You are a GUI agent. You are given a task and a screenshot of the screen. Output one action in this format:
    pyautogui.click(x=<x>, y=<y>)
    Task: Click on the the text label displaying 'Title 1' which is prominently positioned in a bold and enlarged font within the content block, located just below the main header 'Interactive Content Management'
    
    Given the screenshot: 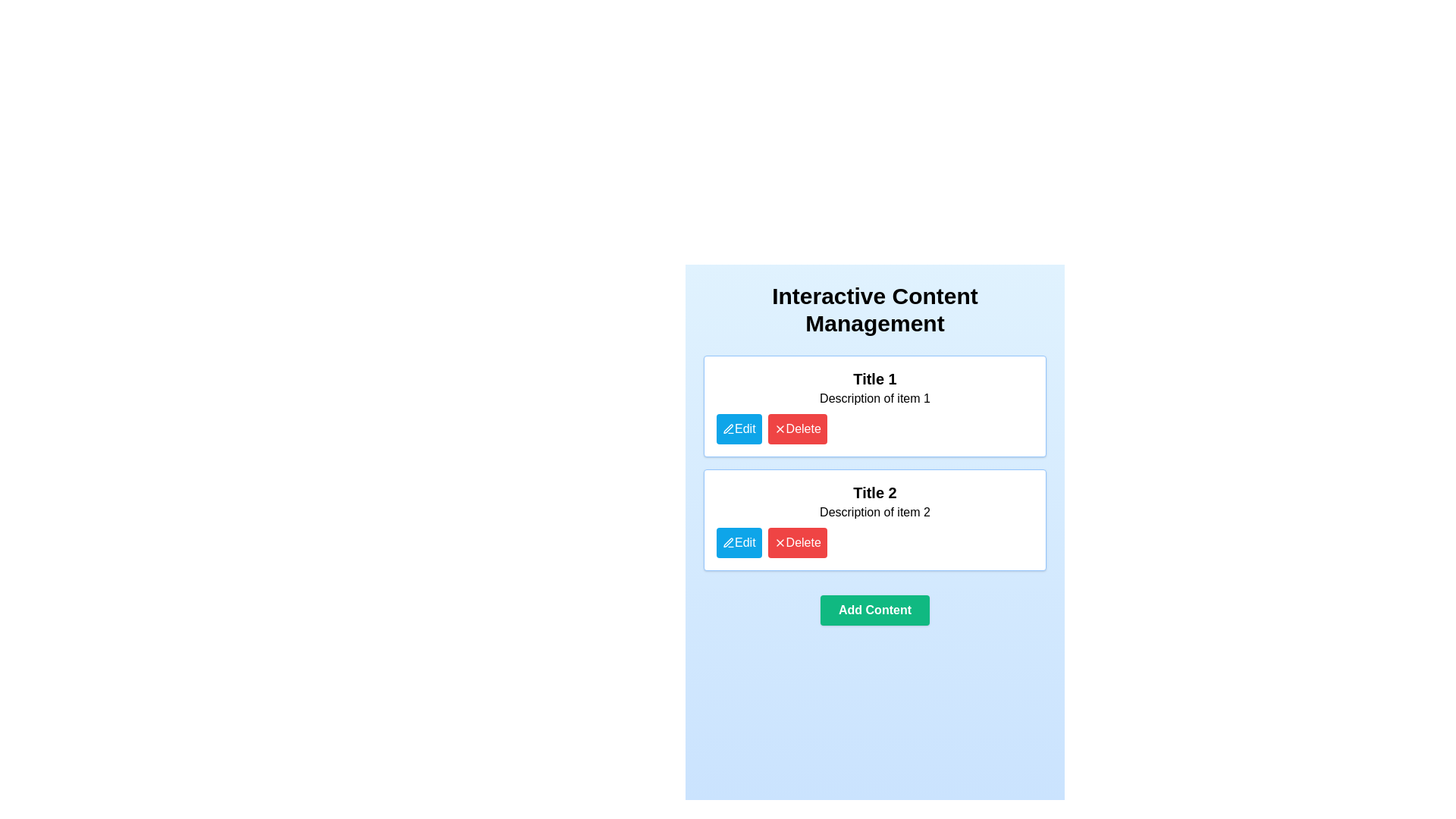 What is the action you would take?
    pyautogui.click(x=874, y=378)
    